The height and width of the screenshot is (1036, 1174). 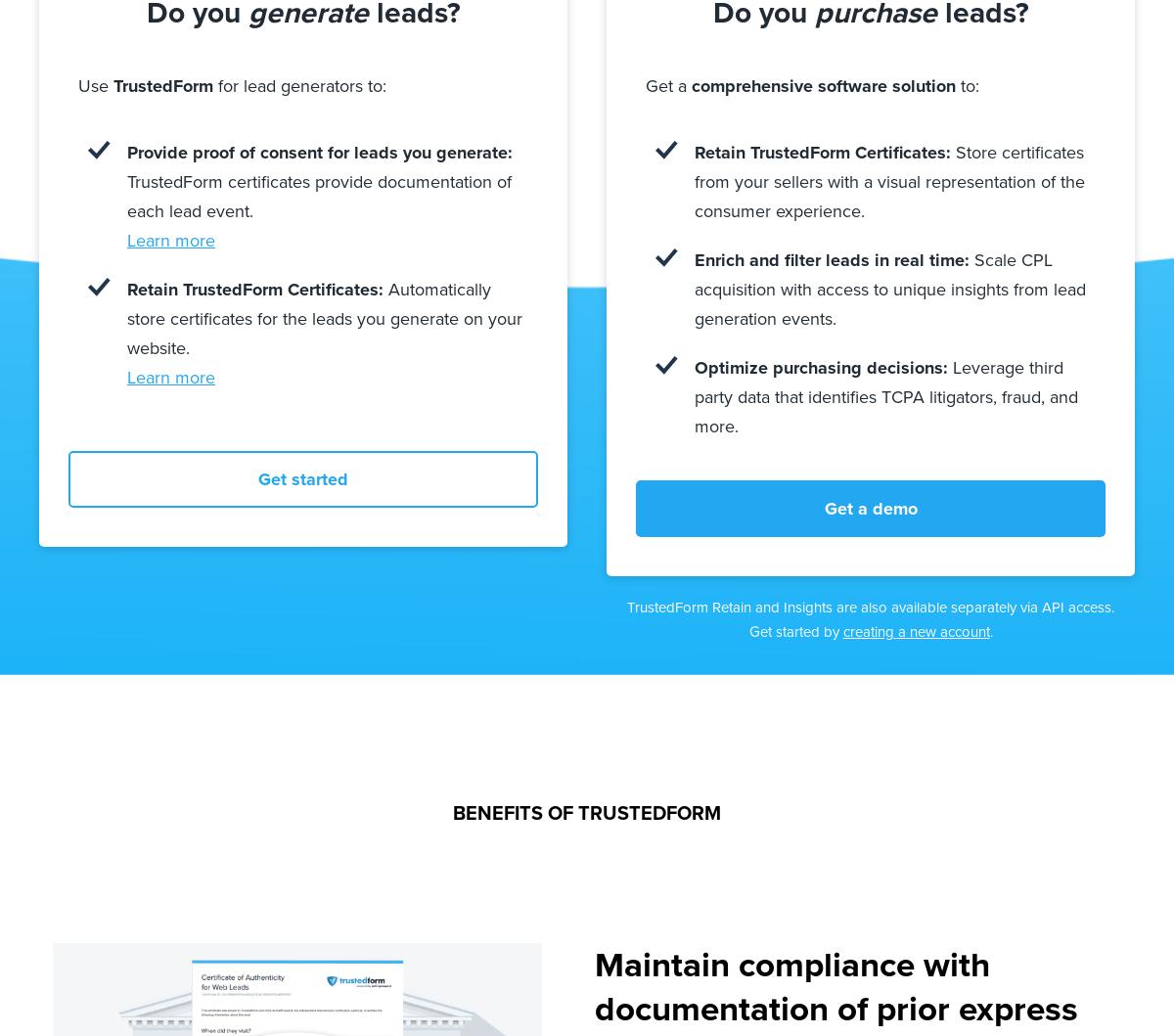 I want to click on 'Provide proof of consent for  leads you generate:', so click(x=320, y=151).